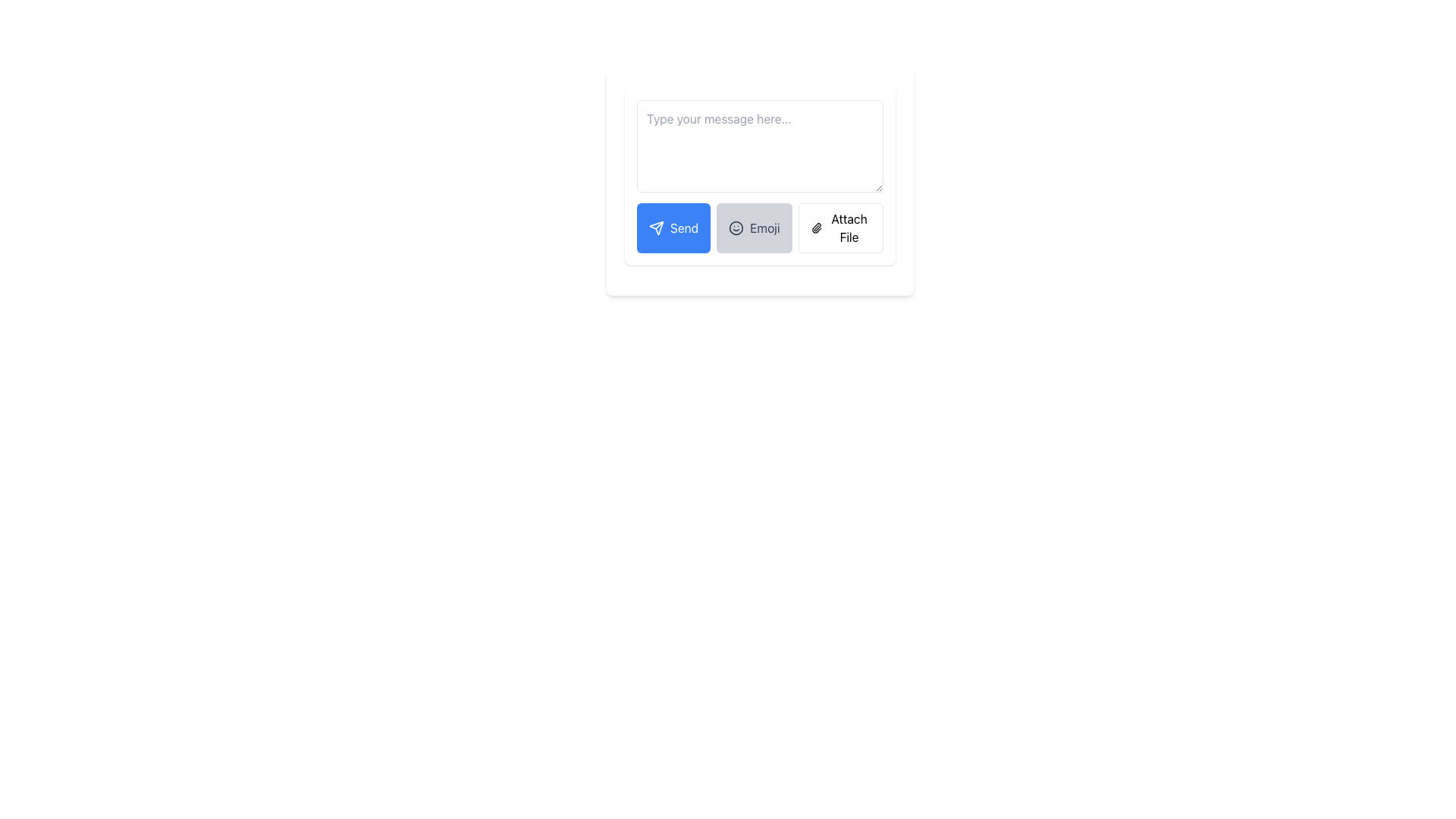  I want to click on the paperclip icon within the 'Attach File' button to initiate file attachment, so click(815, 227).